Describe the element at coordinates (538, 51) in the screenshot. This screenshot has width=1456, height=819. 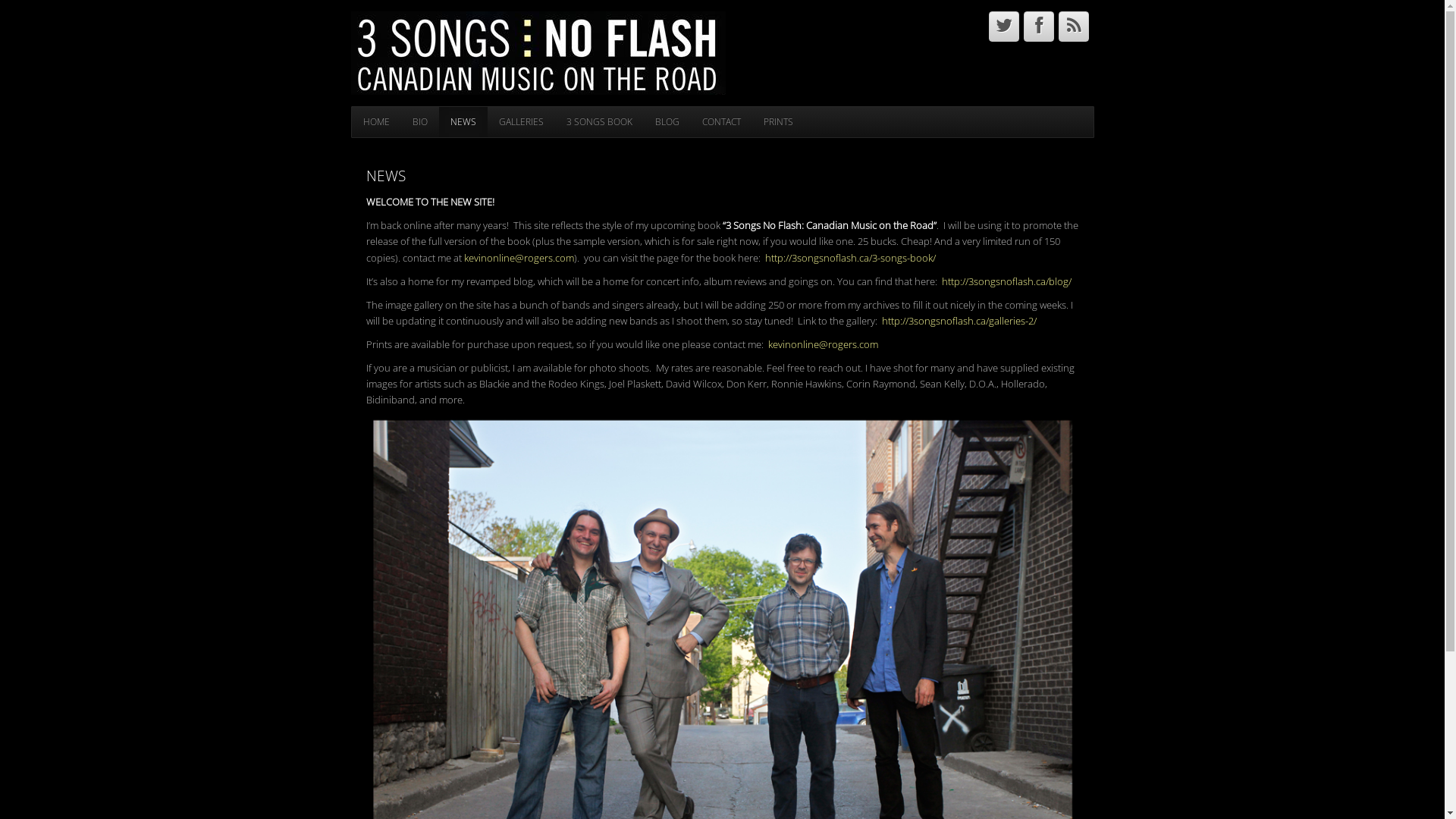
I see `'3 Songs No Flash'` at that location.